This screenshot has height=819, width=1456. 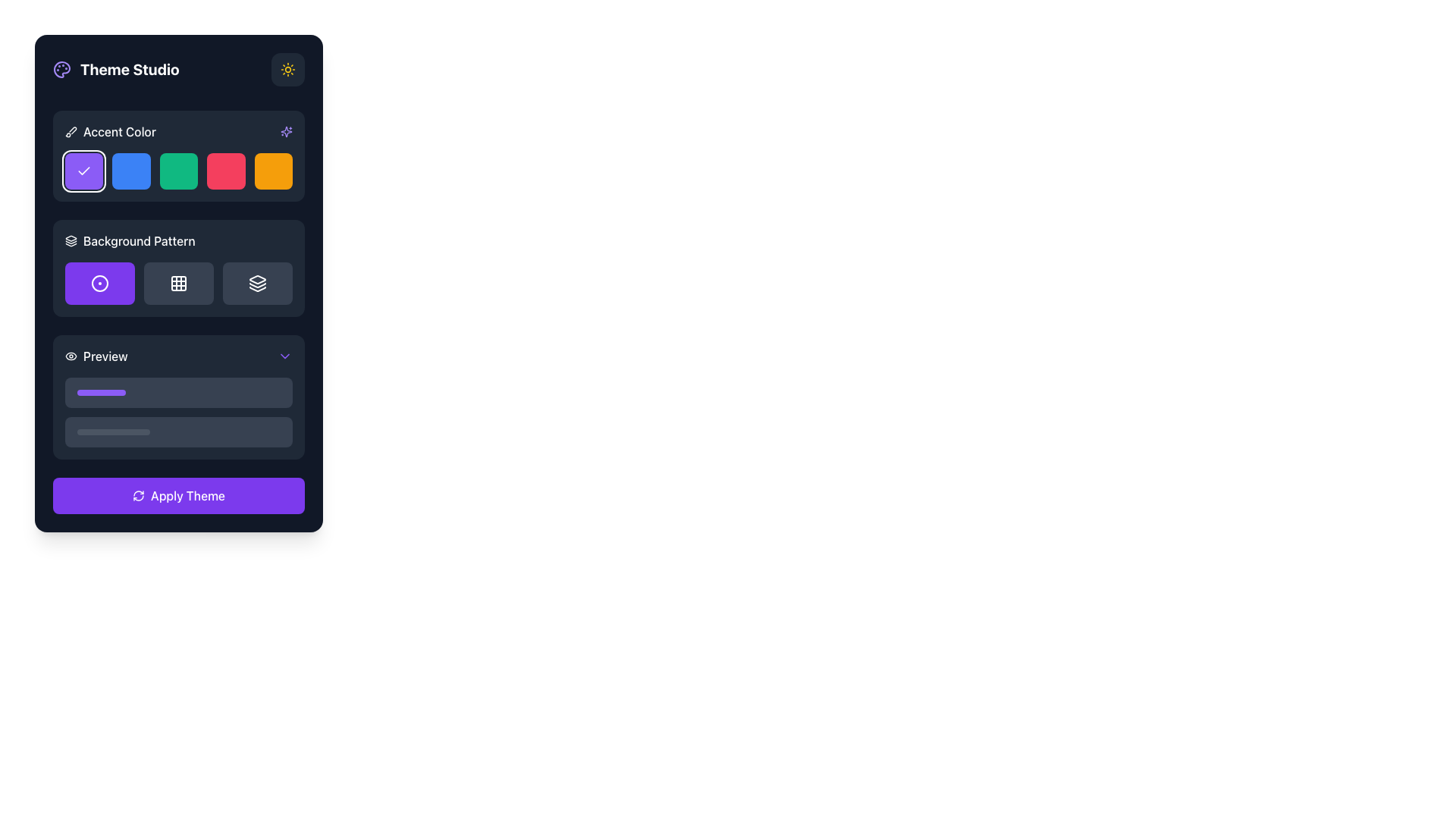 I want to click on label indicating the section related to choosing a background pattern in the customization interface, located in the left-side panel under the 'Accent Color' section, so click(x=178, y=240).